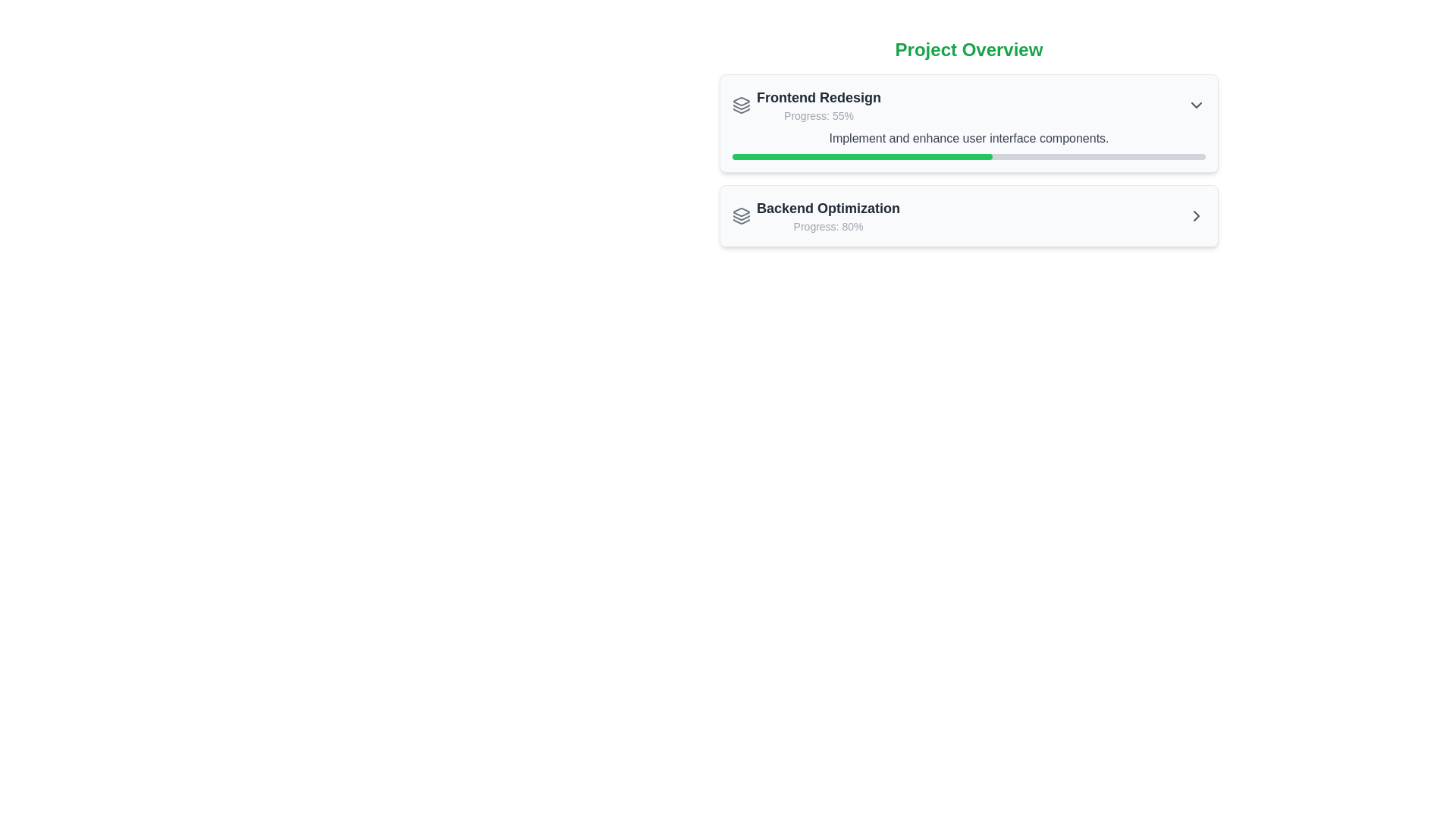 This screenshot has height=819, width=1456. What do you see at coordinates (827, 208) in the screenshot?
I see `the Text Label indicating 'Backend Optimization'` at bounding box center [827, 208].